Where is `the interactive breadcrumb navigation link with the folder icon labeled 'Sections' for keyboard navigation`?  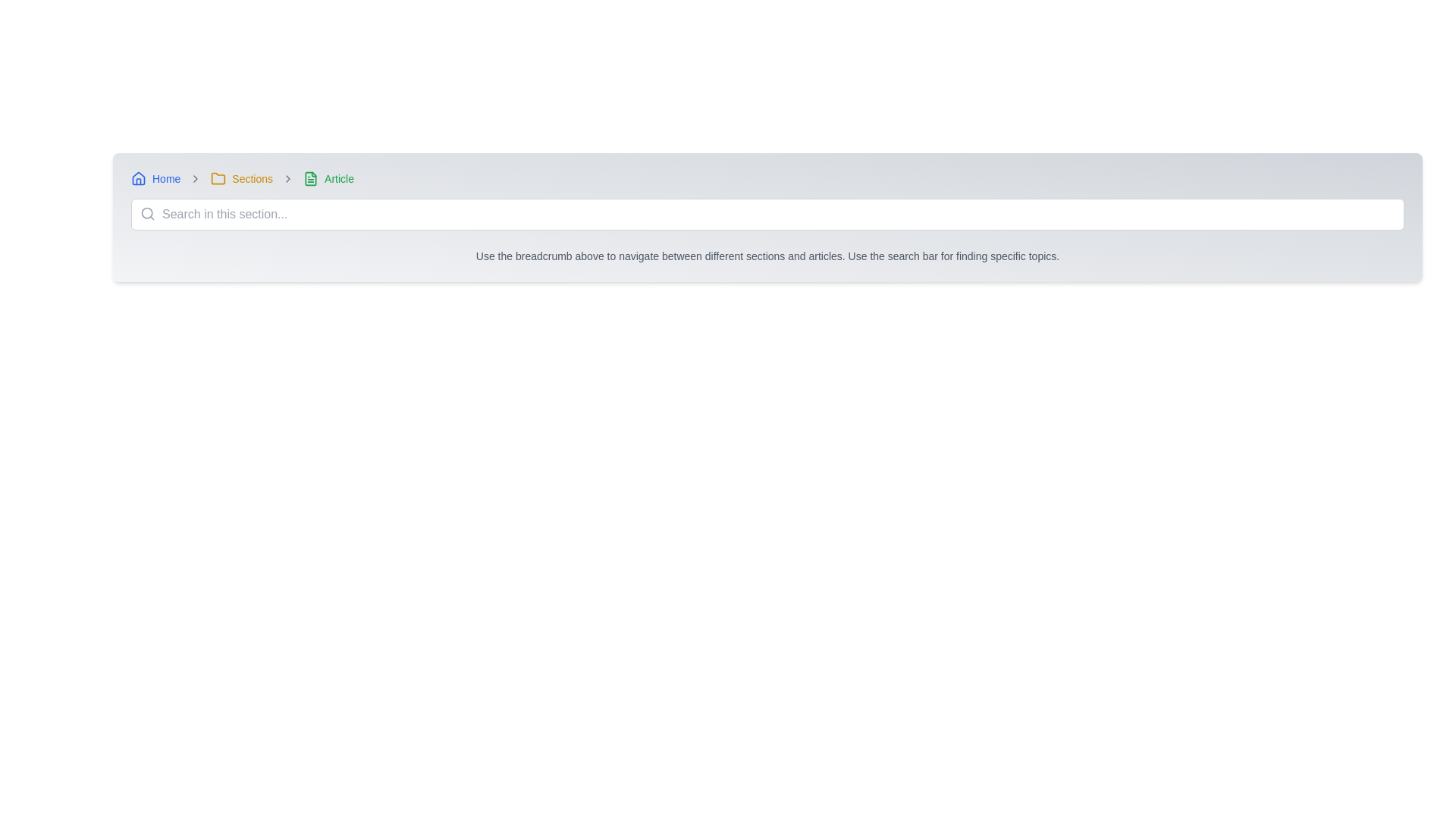 the interactive breadcrumb navigation link with the folder icon labeled 'Sections' for keyboard navigation is located at coordinates (240, 177).